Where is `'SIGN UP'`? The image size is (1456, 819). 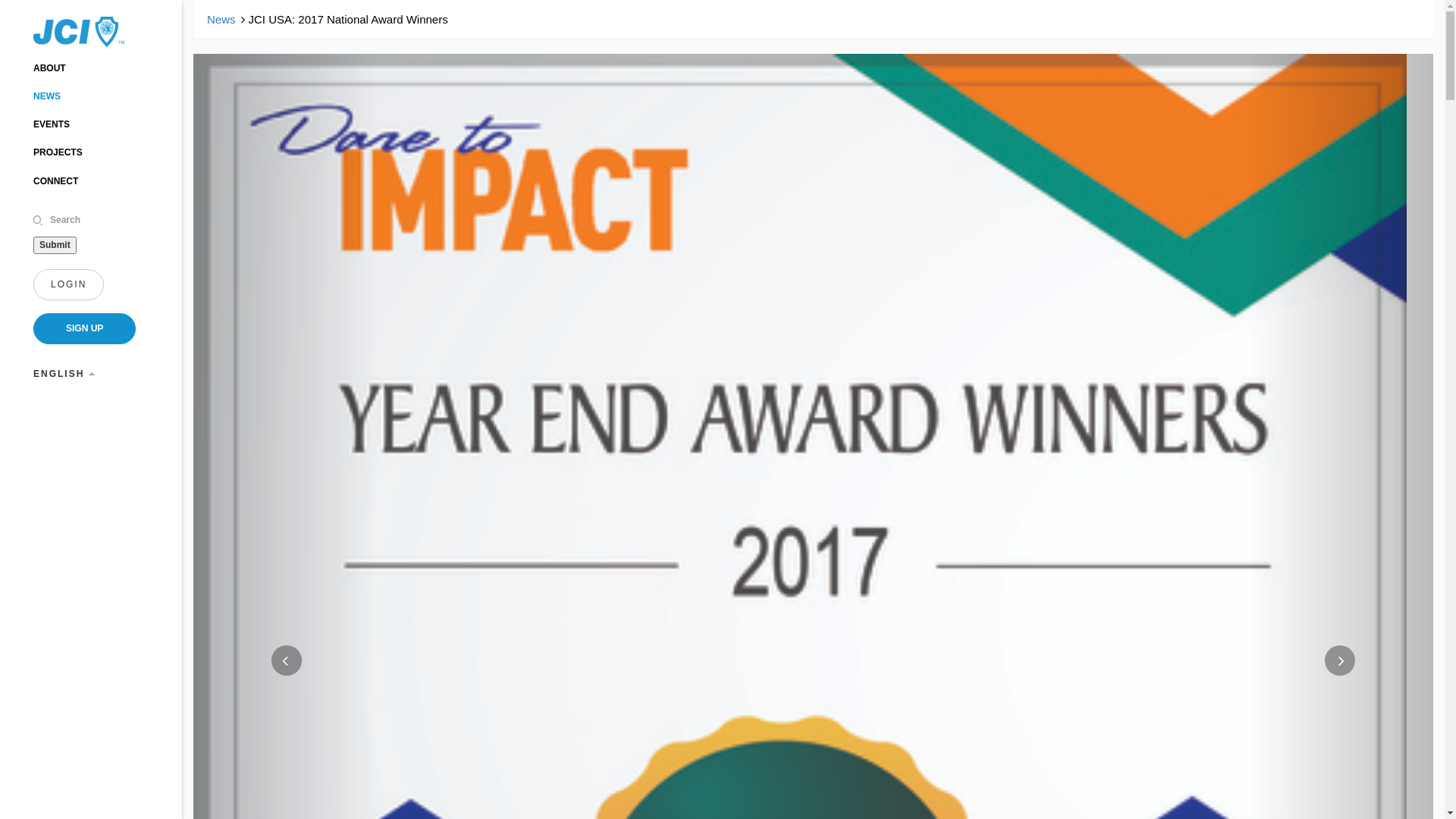
'SIGN UP' is located at coordinates (83, 328).